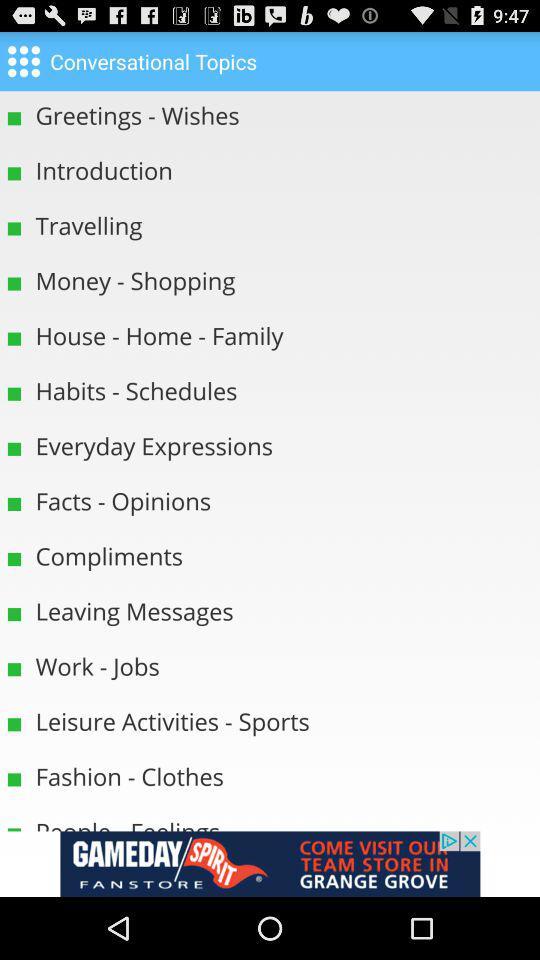  Describe the element at coordinates (22, 65) in the screenshot. I see `the dialpad icon` at that location.